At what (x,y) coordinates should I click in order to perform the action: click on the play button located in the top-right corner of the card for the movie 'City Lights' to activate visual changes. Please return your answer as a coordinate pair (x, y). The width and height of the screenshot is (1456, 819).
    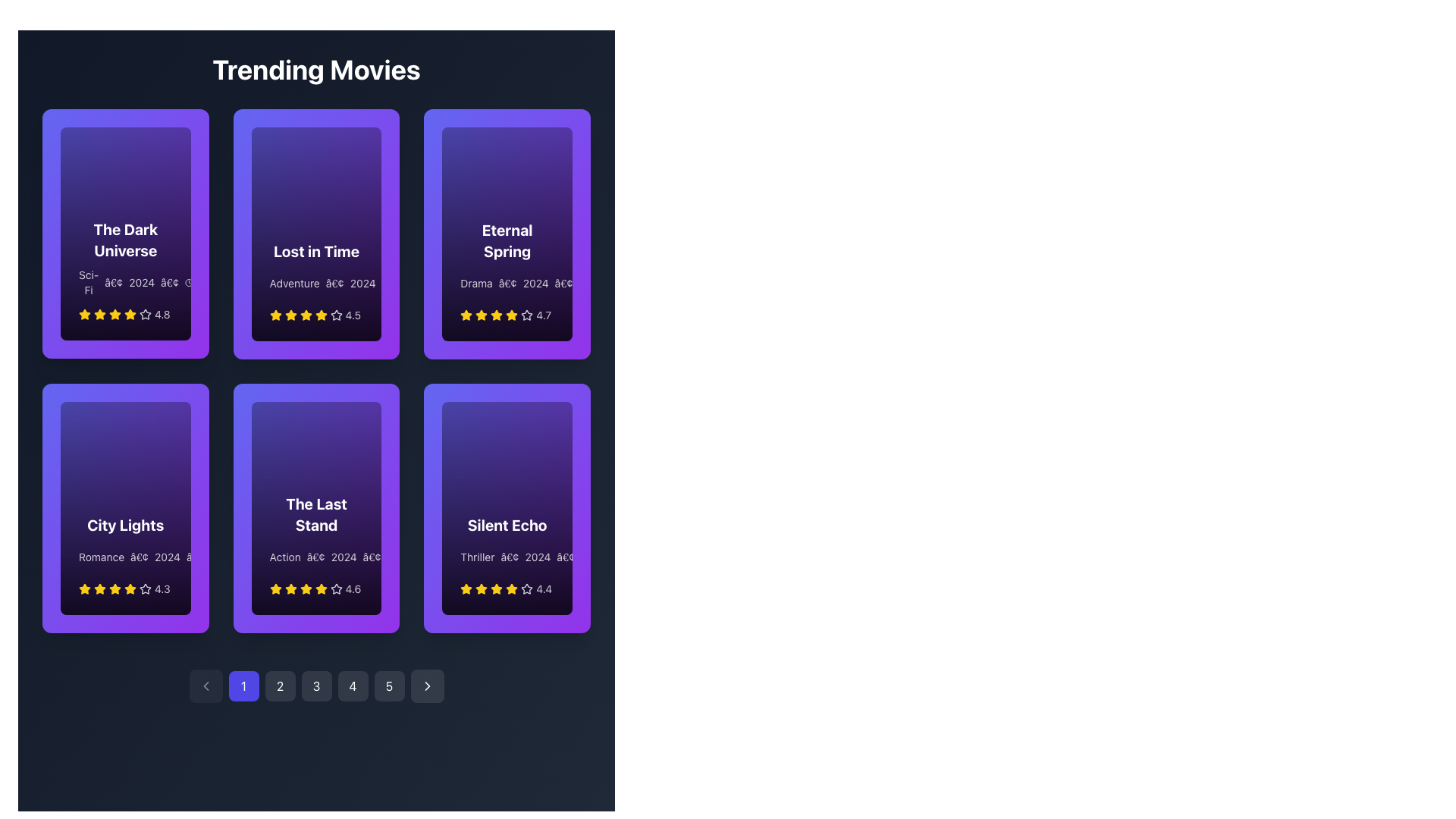
    Looking at the image, I should click on (182, 415).